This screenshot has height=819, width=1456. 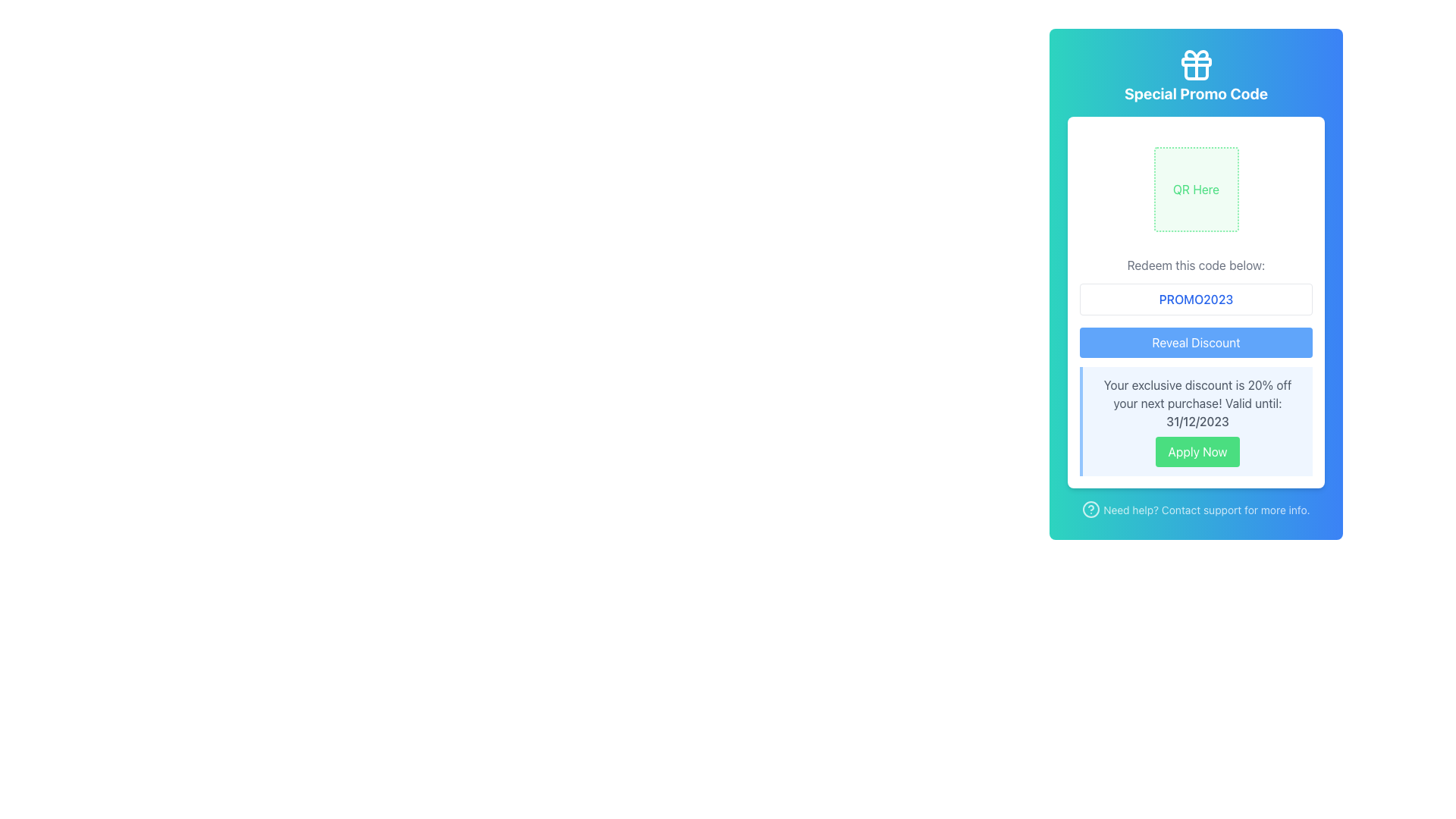 What do you see at coordinates (1195, 511) in the screenshot?
I see `the informational text 'Need help? Contact support for more info.' which is styled with small, light-colored text and located at the bottom-center of the promotional offer card` at bounding box center [1195, 511].